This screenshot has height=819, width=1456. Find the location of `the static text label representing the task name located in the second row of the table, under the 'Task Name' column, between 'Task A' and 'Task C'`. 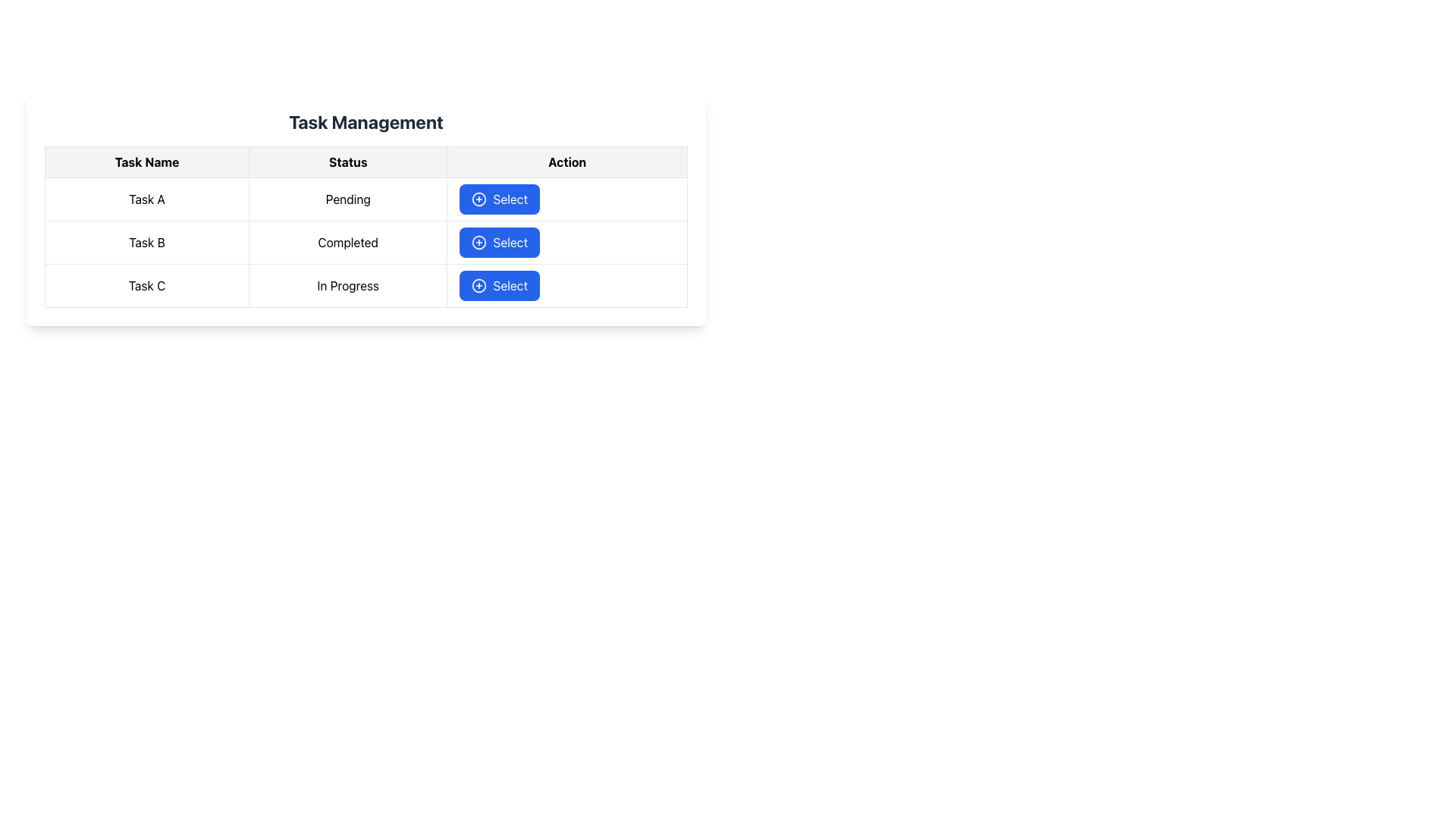

the static text label representing the task name located in the second row of the table, under the 'Task Name' column, between 'Task A' and 'Task C' is located at coordinates (146, 242).